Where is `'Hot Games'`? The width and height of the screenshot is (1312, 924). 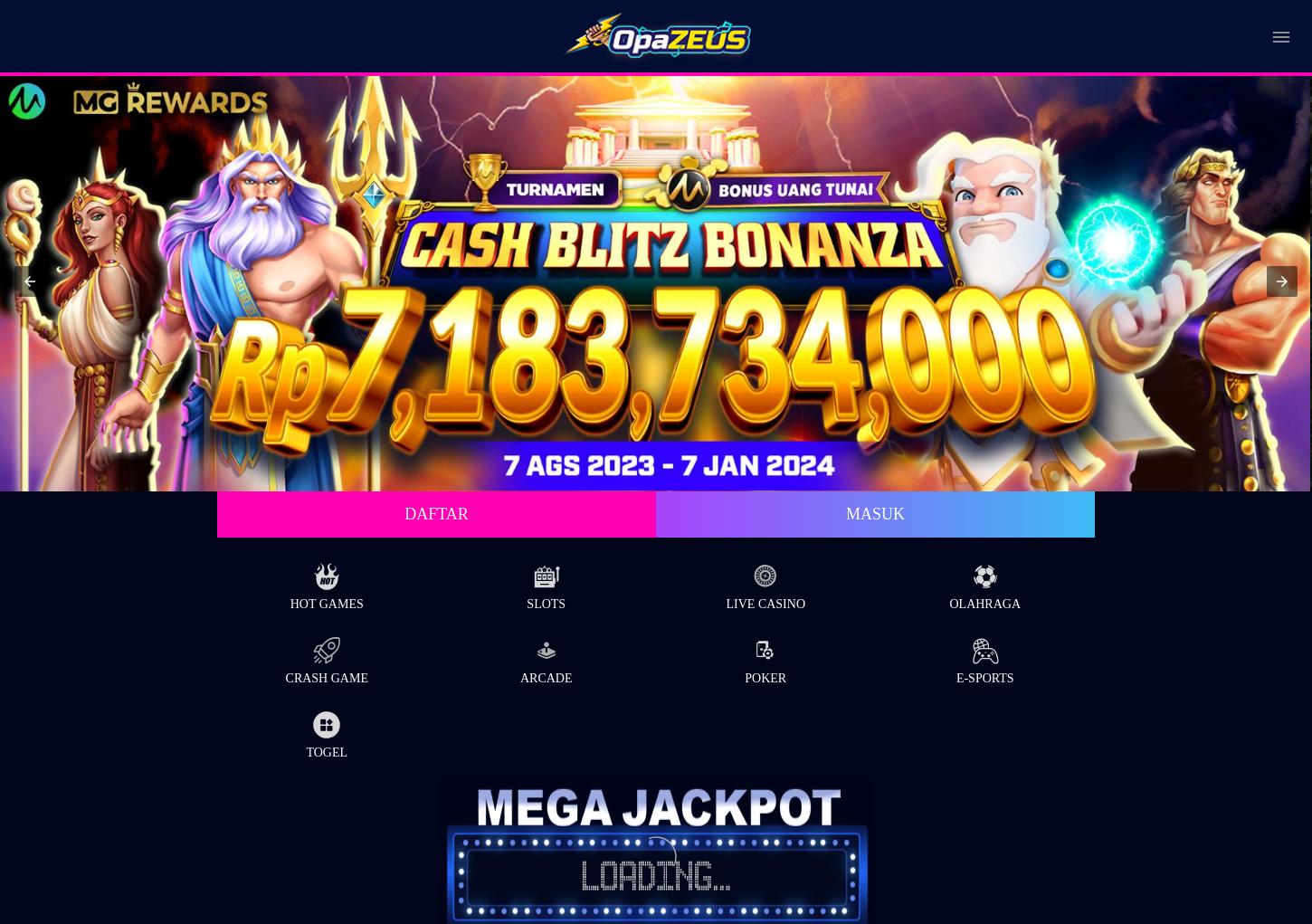 'Hot Games' is located at coordinates (290, 602).